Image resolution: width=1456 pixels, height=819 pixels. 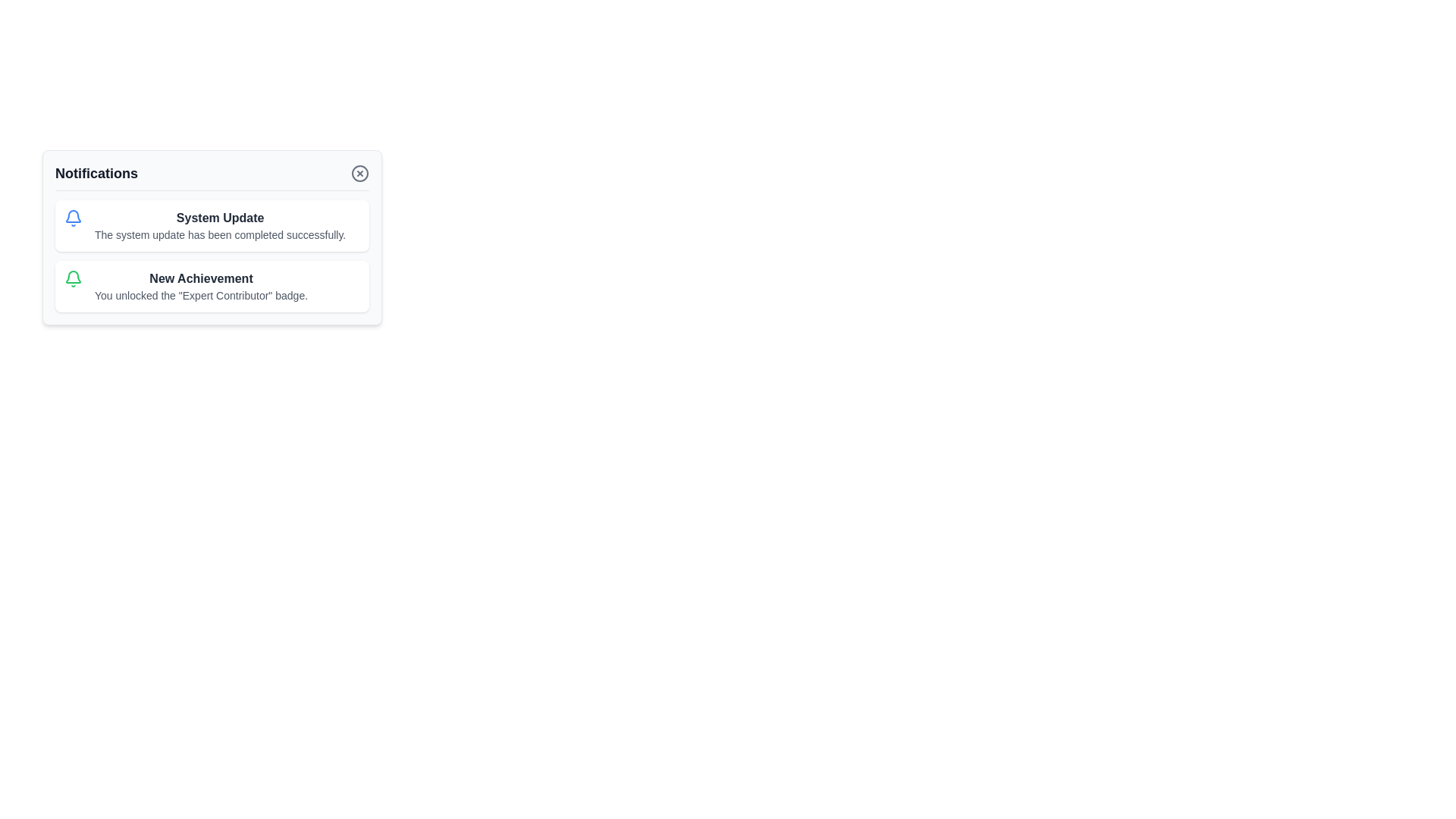 What do you see at coordinates (219, 225) in the screenshot?
I see `the Text display block that indicates the successful completion of a system update, located in the notification card below the blue notification icon` at bounding box center [219, 225].